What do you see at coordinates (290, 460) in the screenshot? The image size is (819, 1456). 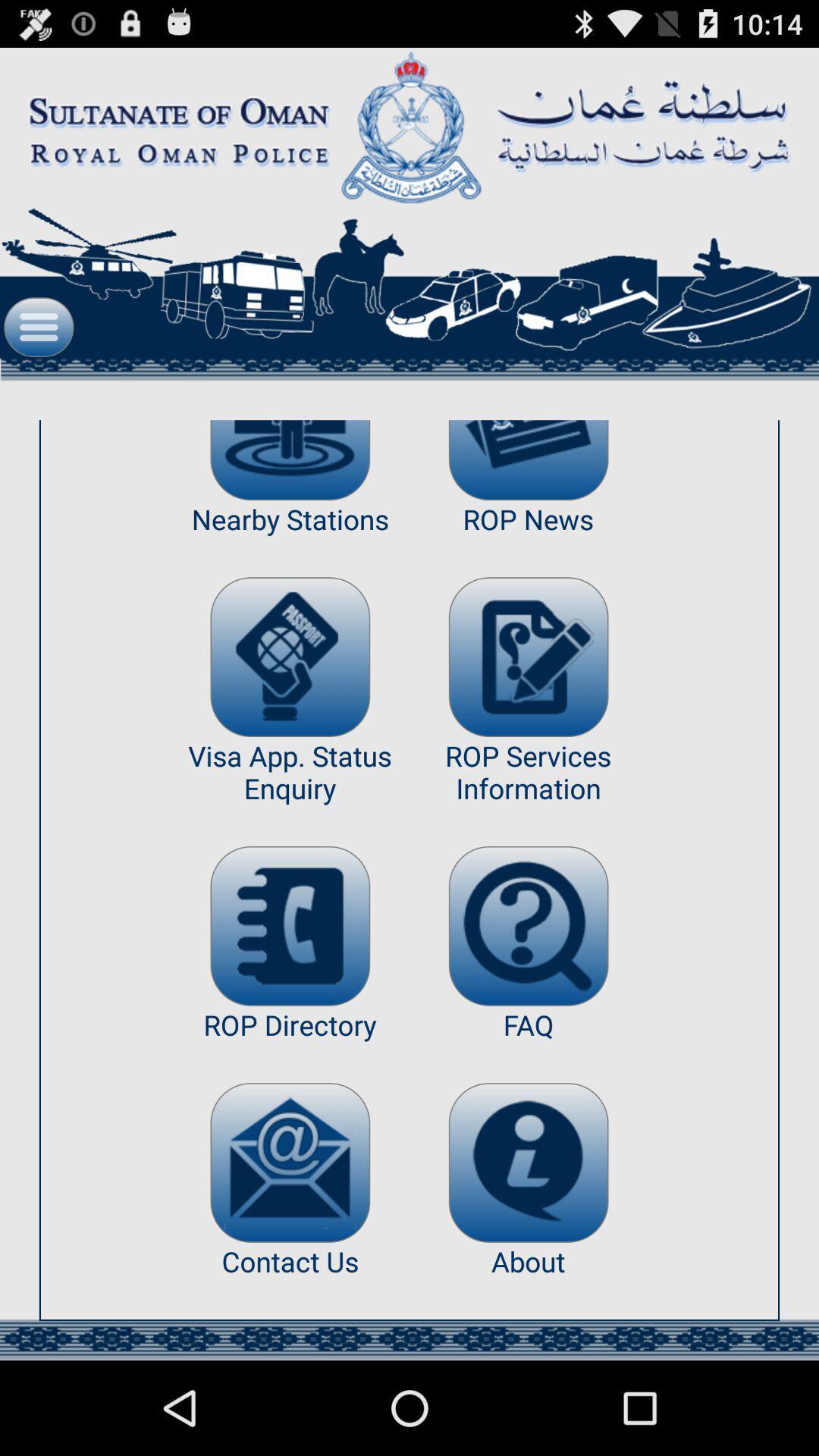 I see `the item to the left of the rop news icon` at bounding box center [290, 460].